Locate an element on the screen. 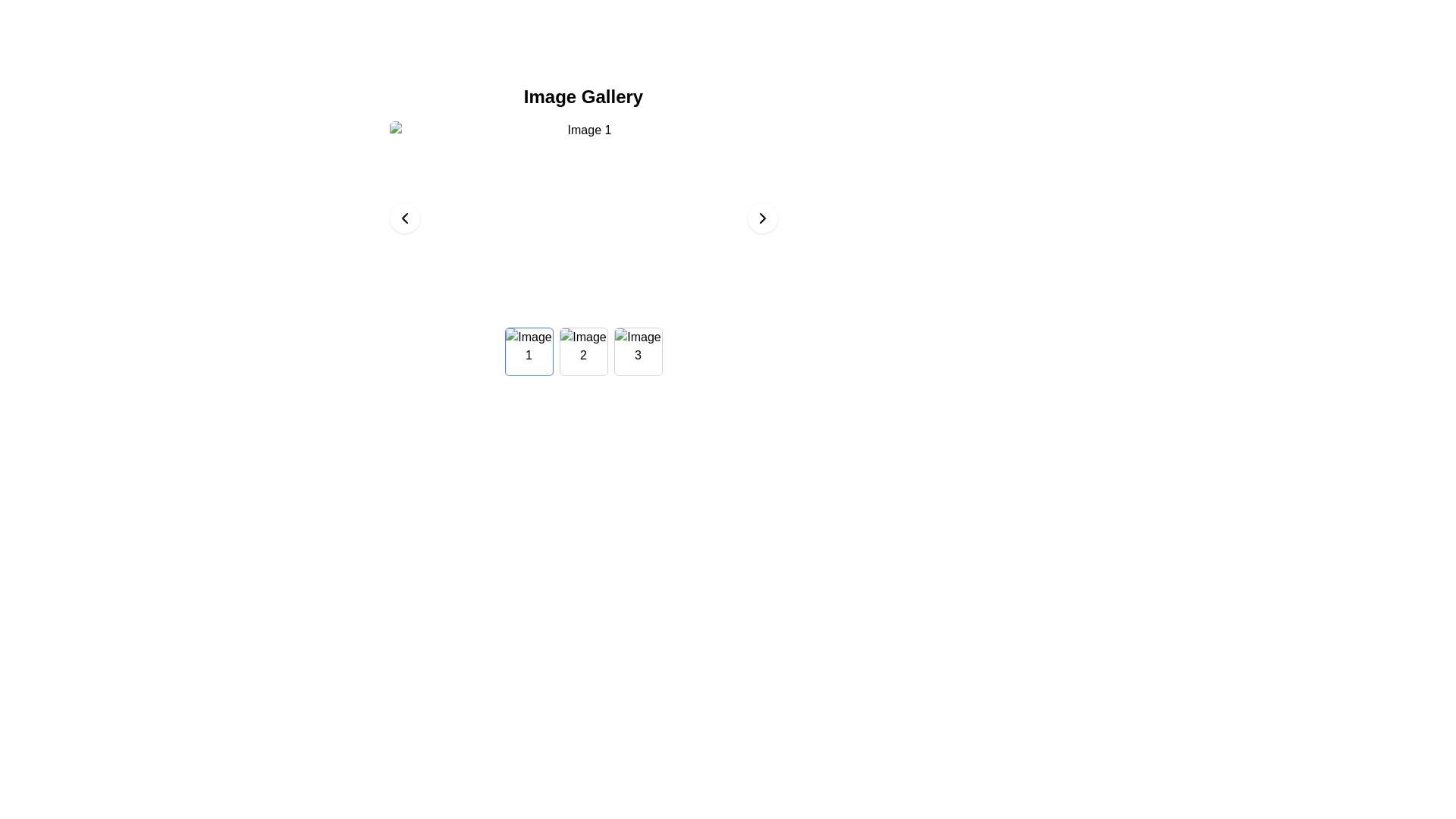  the image thumbnail displaying 'Image 3' is located at coordinates (638, 351).